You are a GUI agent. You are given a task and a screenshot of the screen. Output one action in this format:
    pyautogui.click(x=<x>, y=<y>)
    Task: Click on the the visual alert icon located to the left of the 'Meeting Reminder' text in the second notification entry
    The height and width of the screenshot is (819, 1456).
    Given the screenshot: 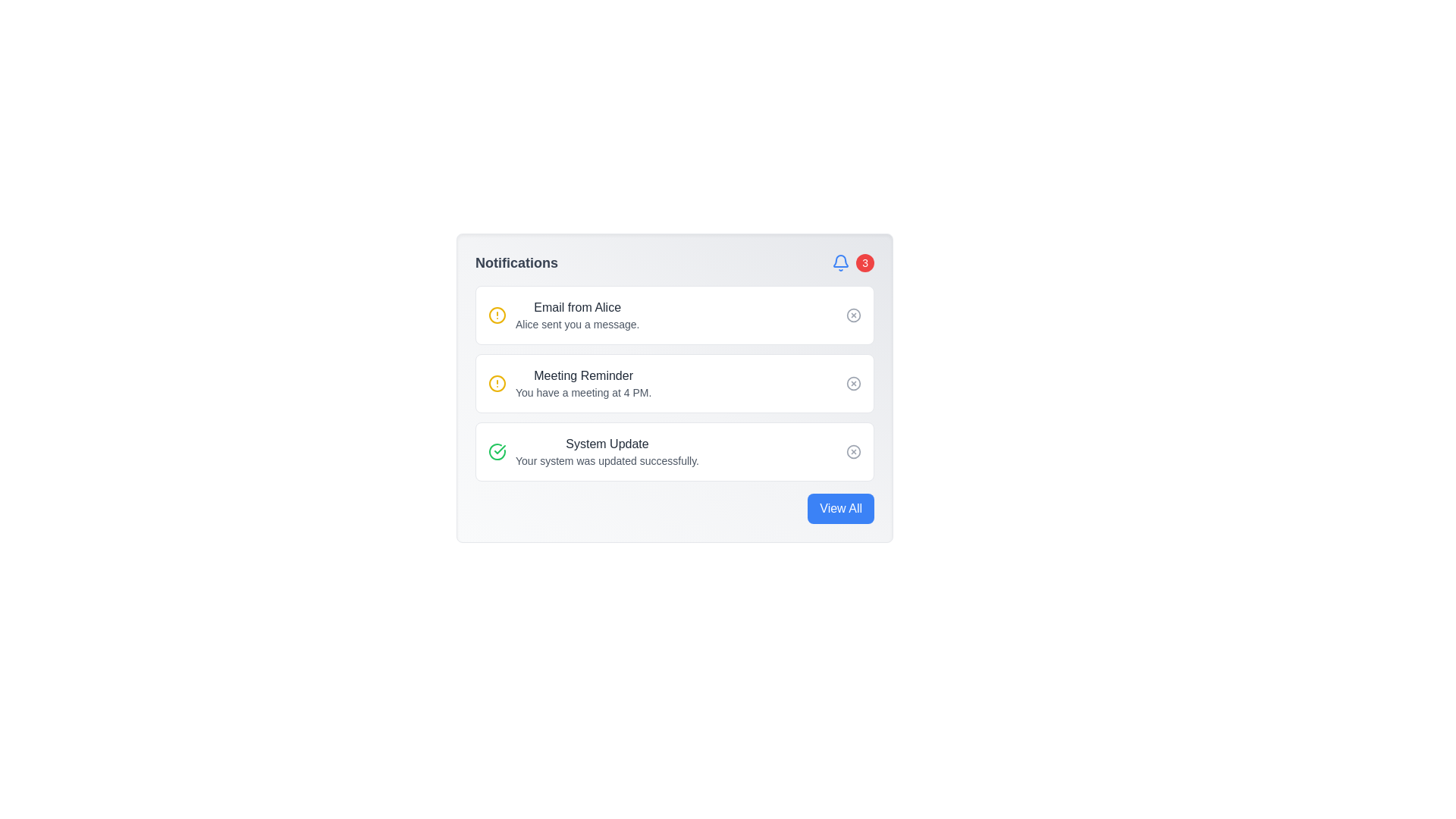 What is the action you would take?
    pyautogui.click(x=497, y=382)
    